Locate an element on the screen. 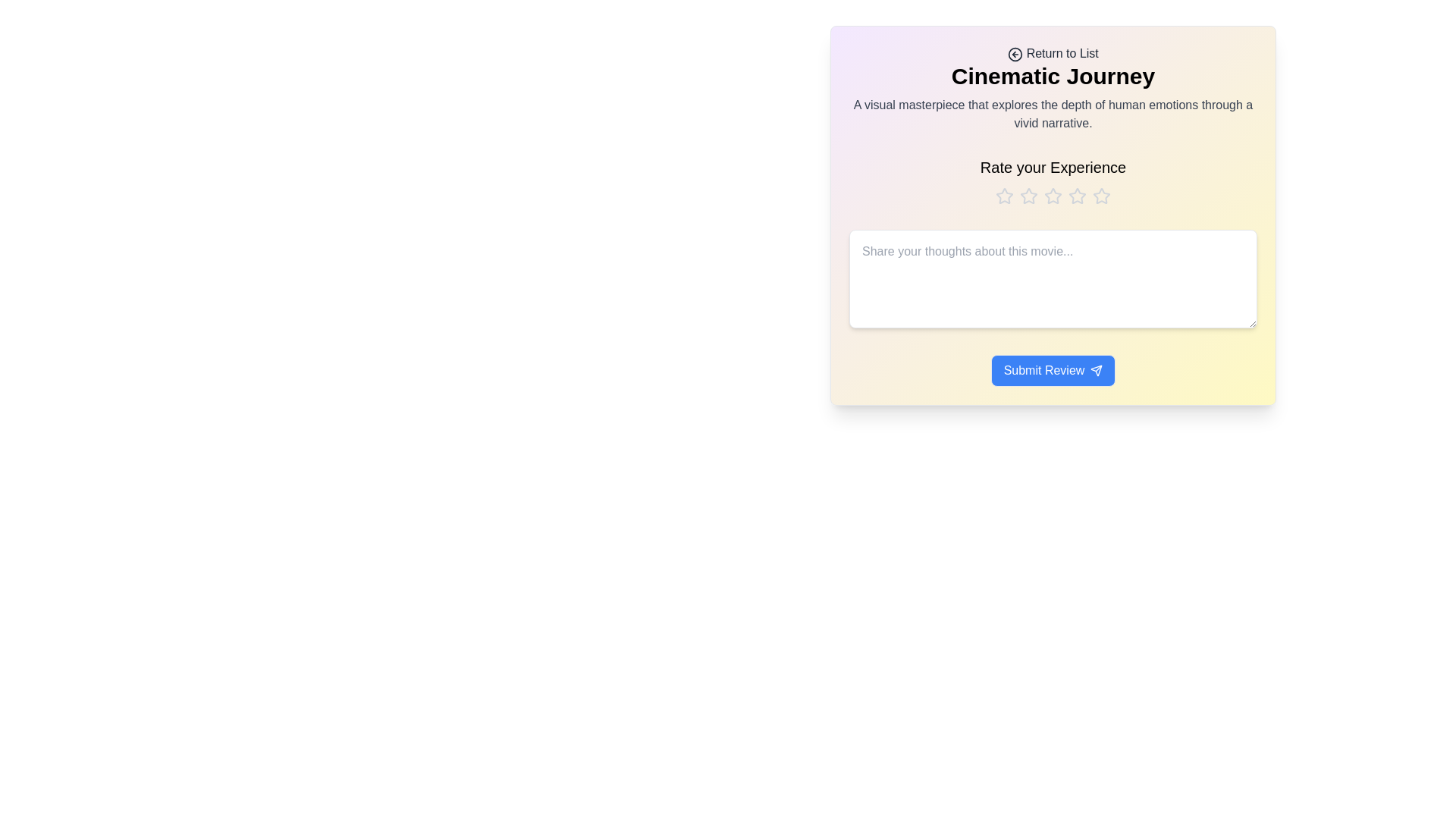 The image size is (1456, 819). the fourth star icon in the rating system is located at coordinates (1076, 195).